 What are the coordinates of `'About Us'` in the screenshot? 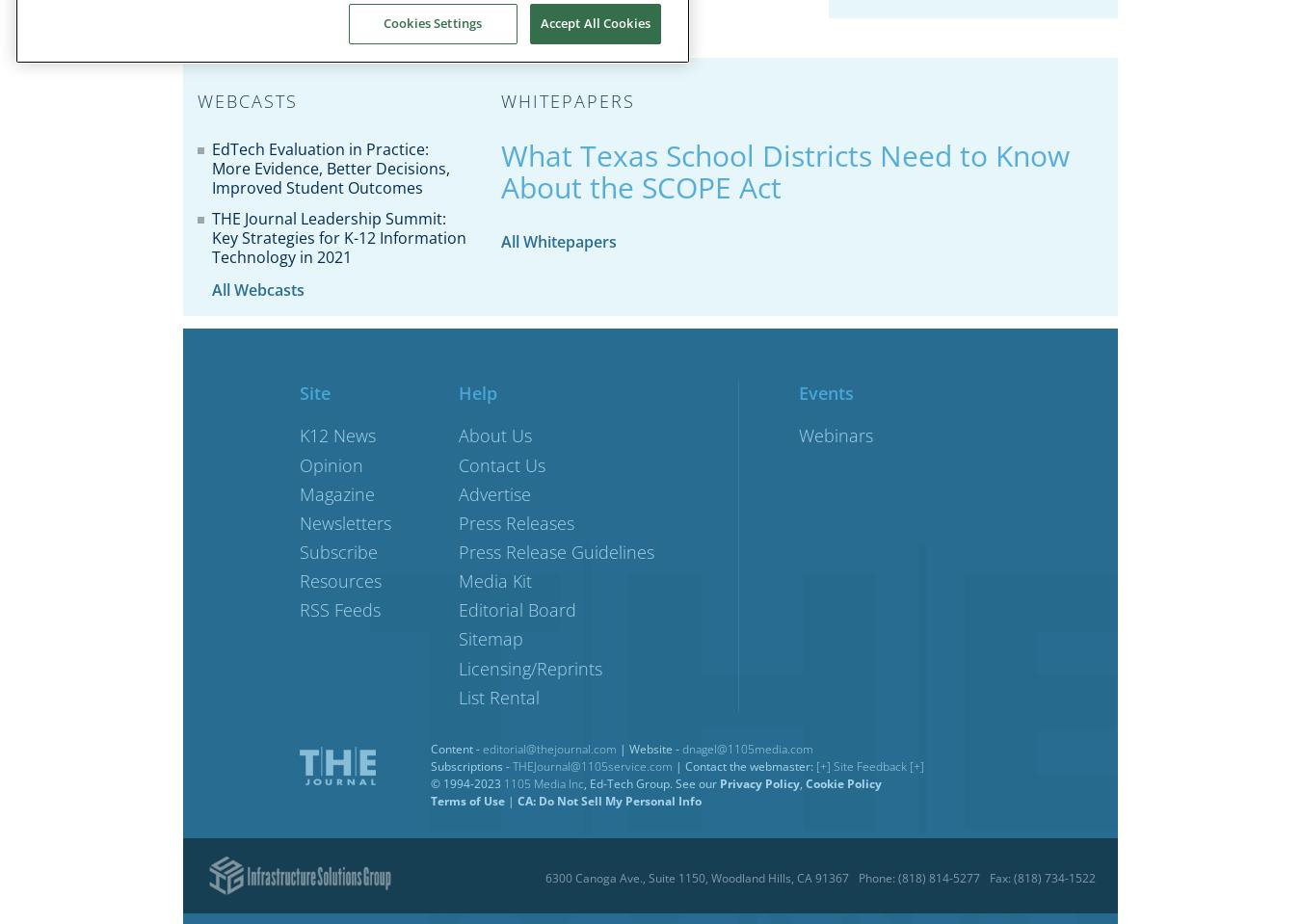 It's located at (493, 434).